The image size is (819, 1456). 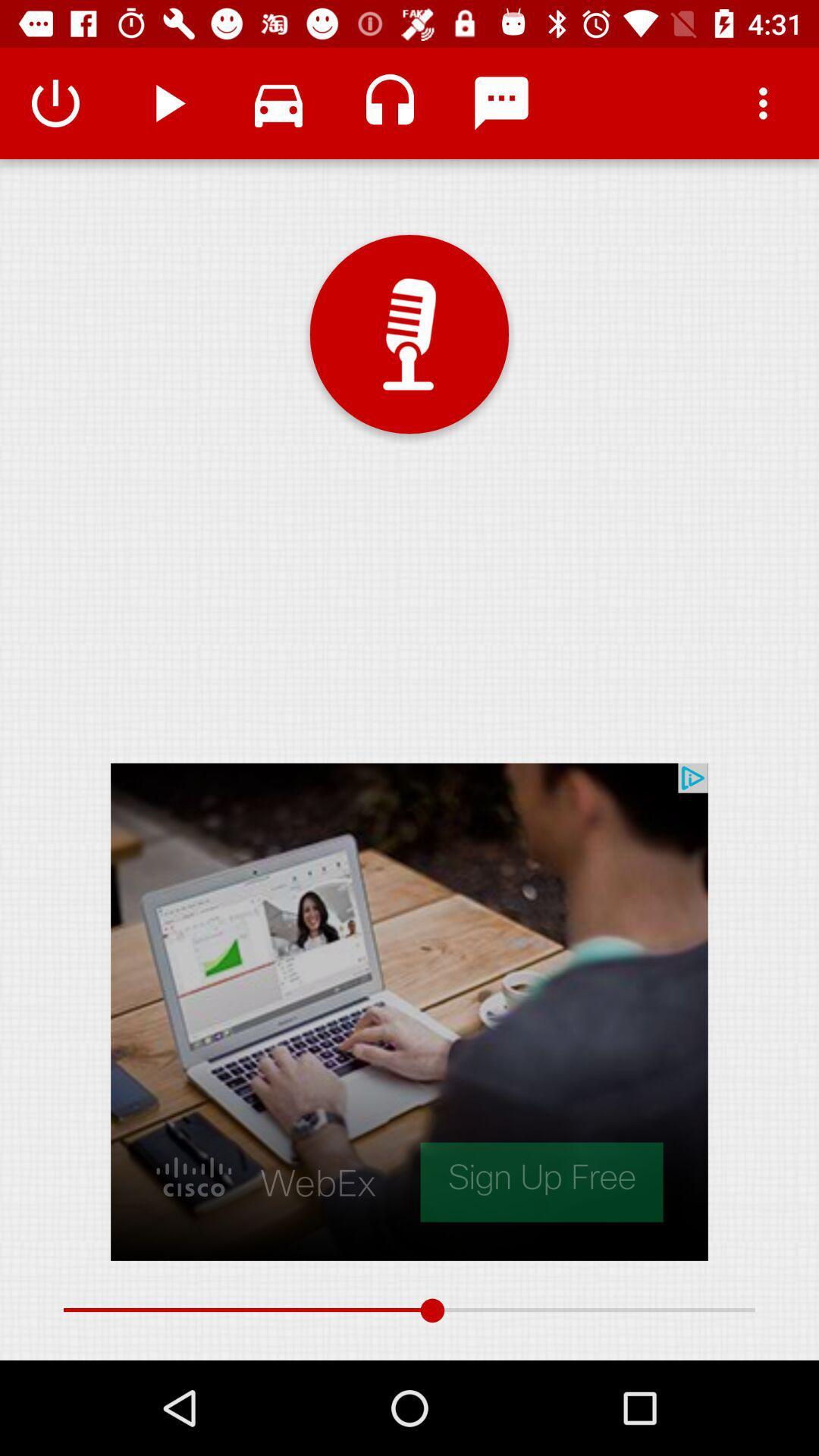 What do you see at coordinates (501, 102) in the screenshot?
I see `the chat icon` at bounding box center [501, 102].